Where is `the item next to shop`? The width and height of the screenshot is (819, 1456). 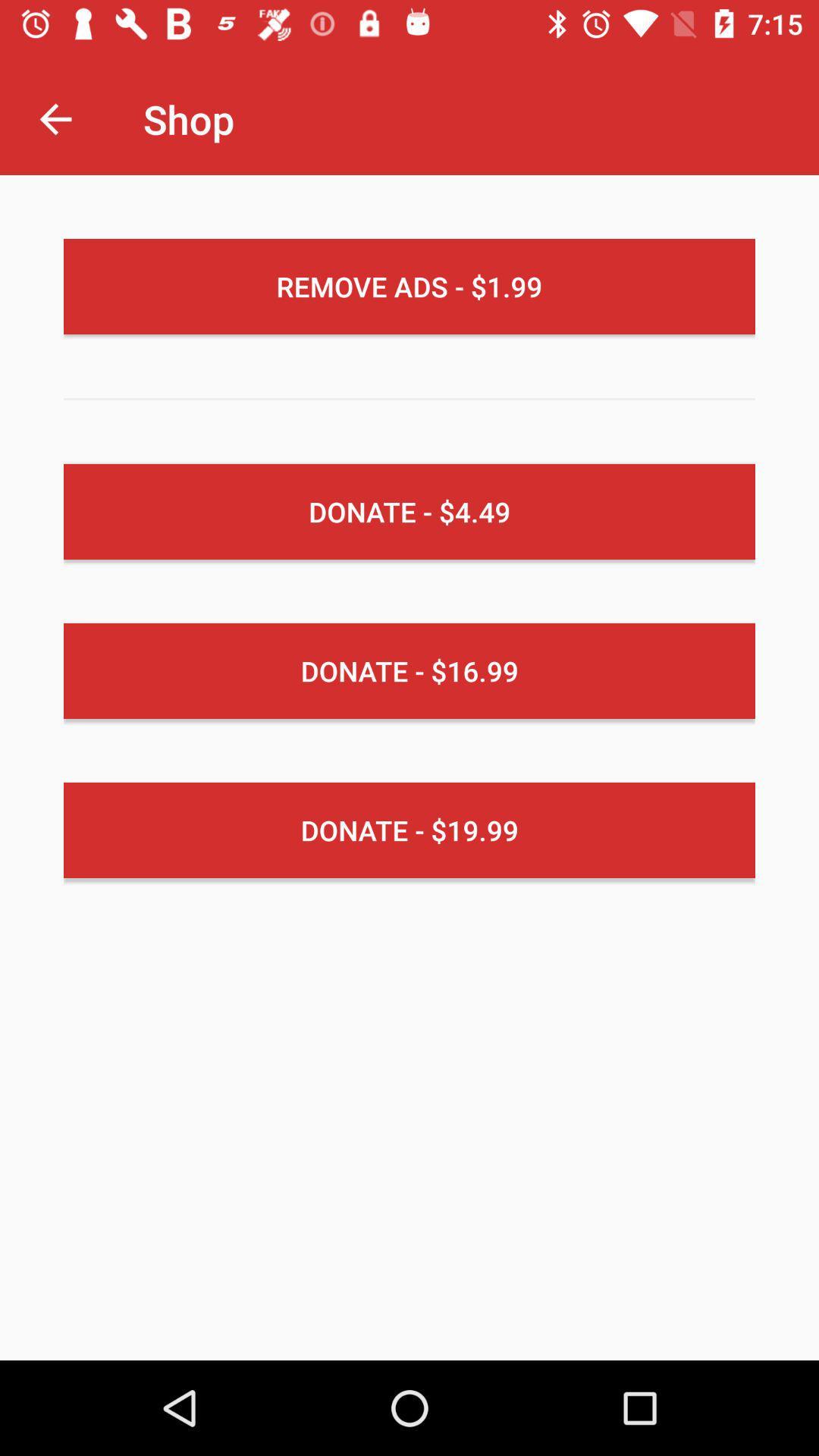
the item next to shop is located at coordinates (55, 118).